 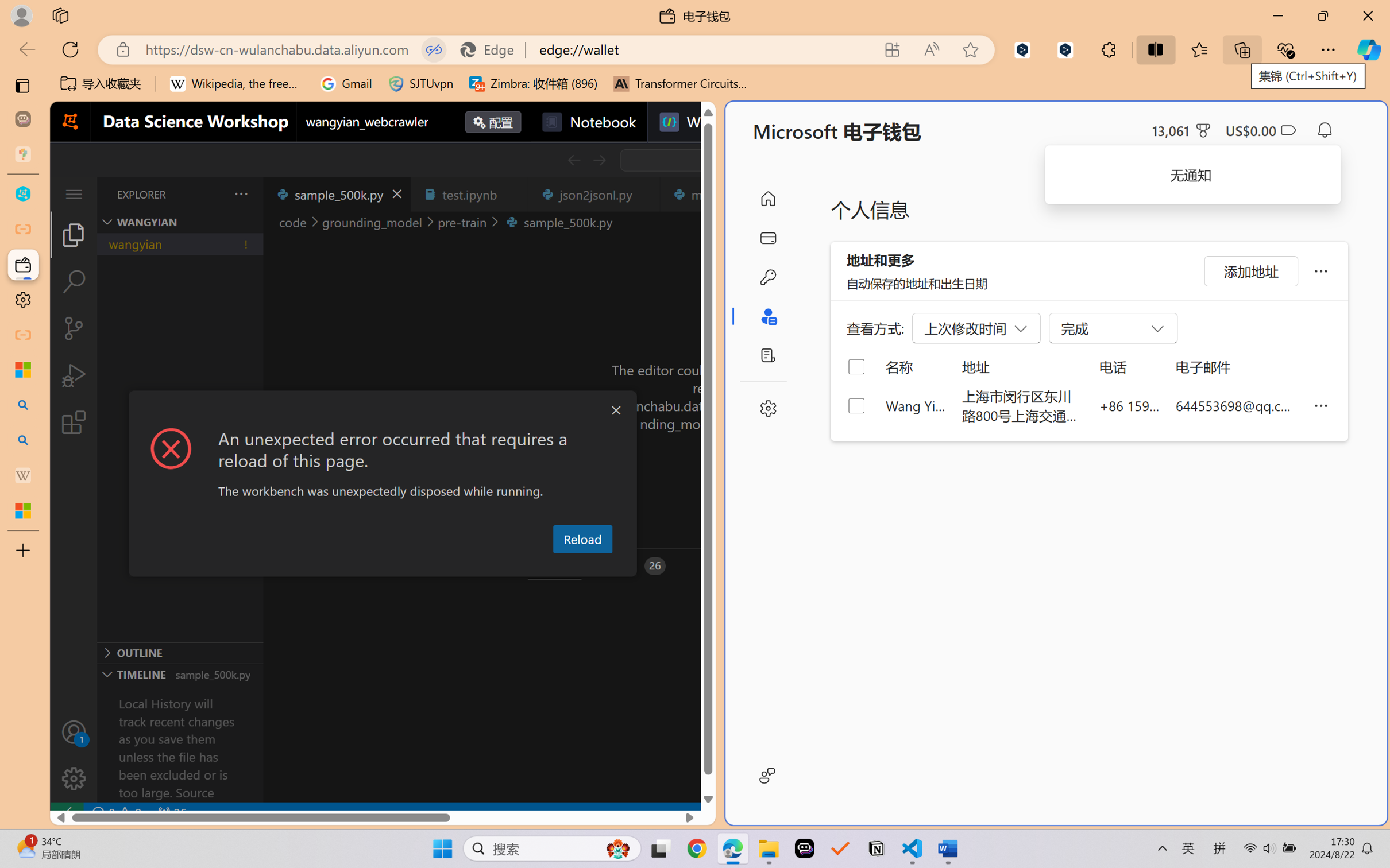 I want to click on 'Search (Ctrl+Shift+F)', so click(x=73, y=281).